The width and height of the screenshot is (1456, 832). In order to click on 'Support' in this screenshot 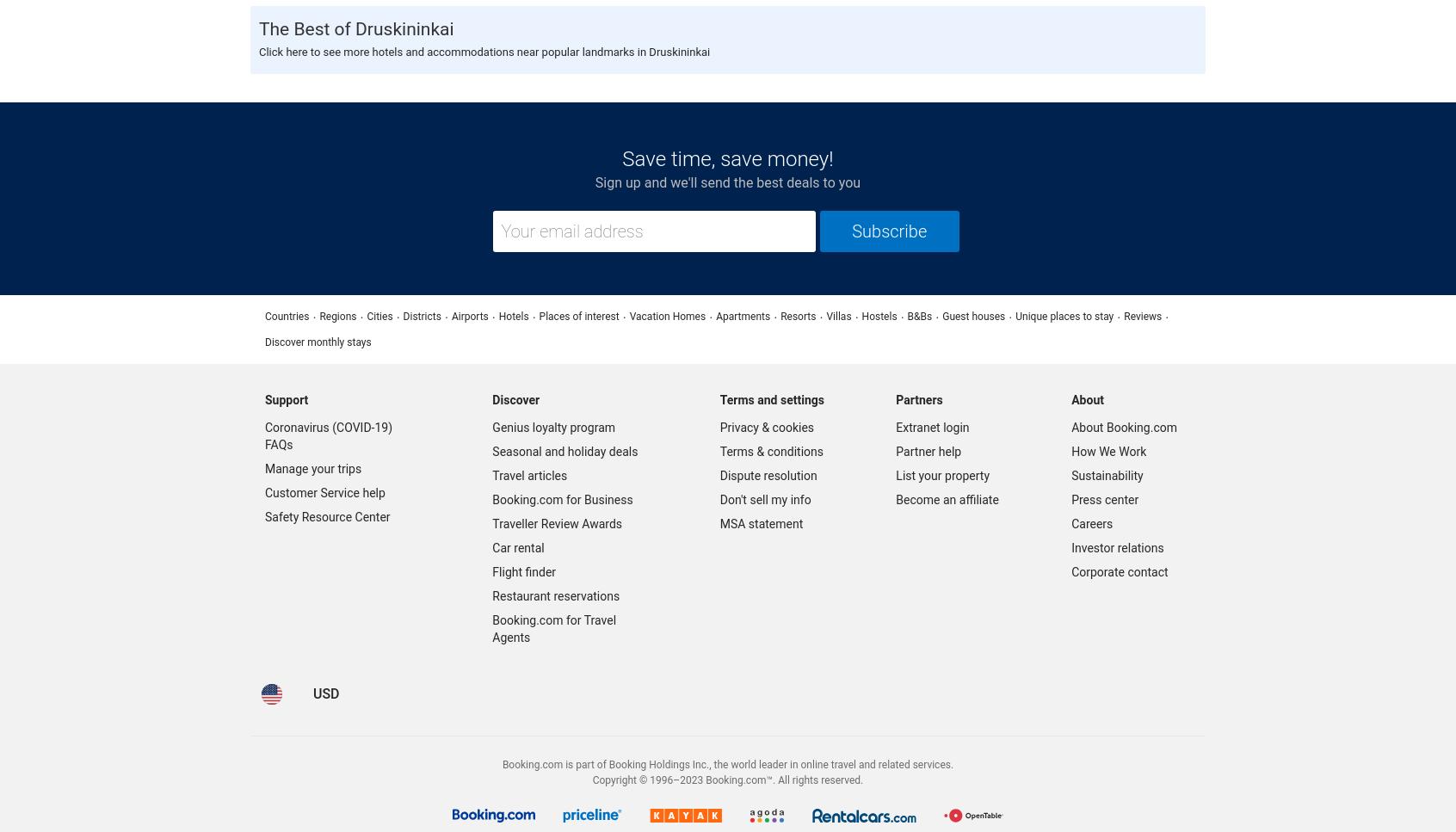, I will do `click(285, 398)`.